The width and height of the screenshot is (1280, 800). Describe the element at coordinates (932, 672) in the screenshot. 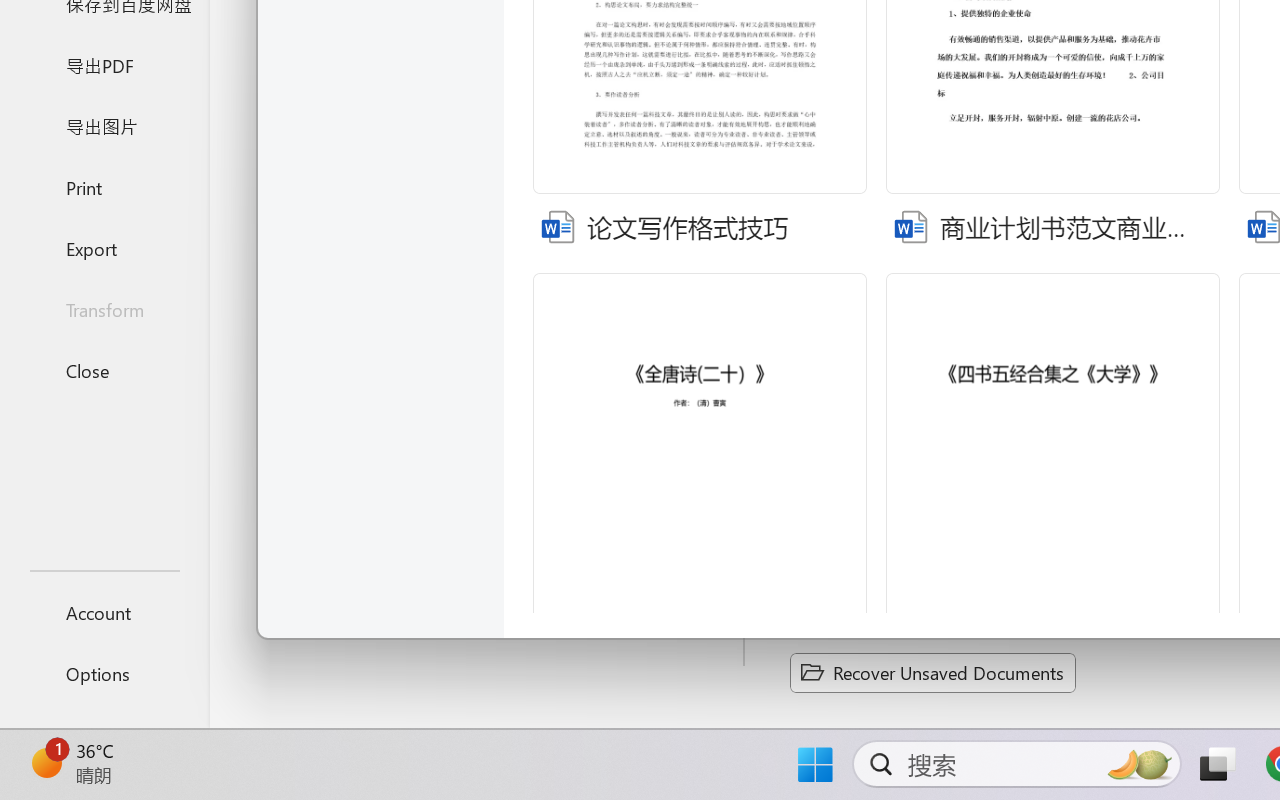

I see `'Recover Unsaved Documents'` at that location.